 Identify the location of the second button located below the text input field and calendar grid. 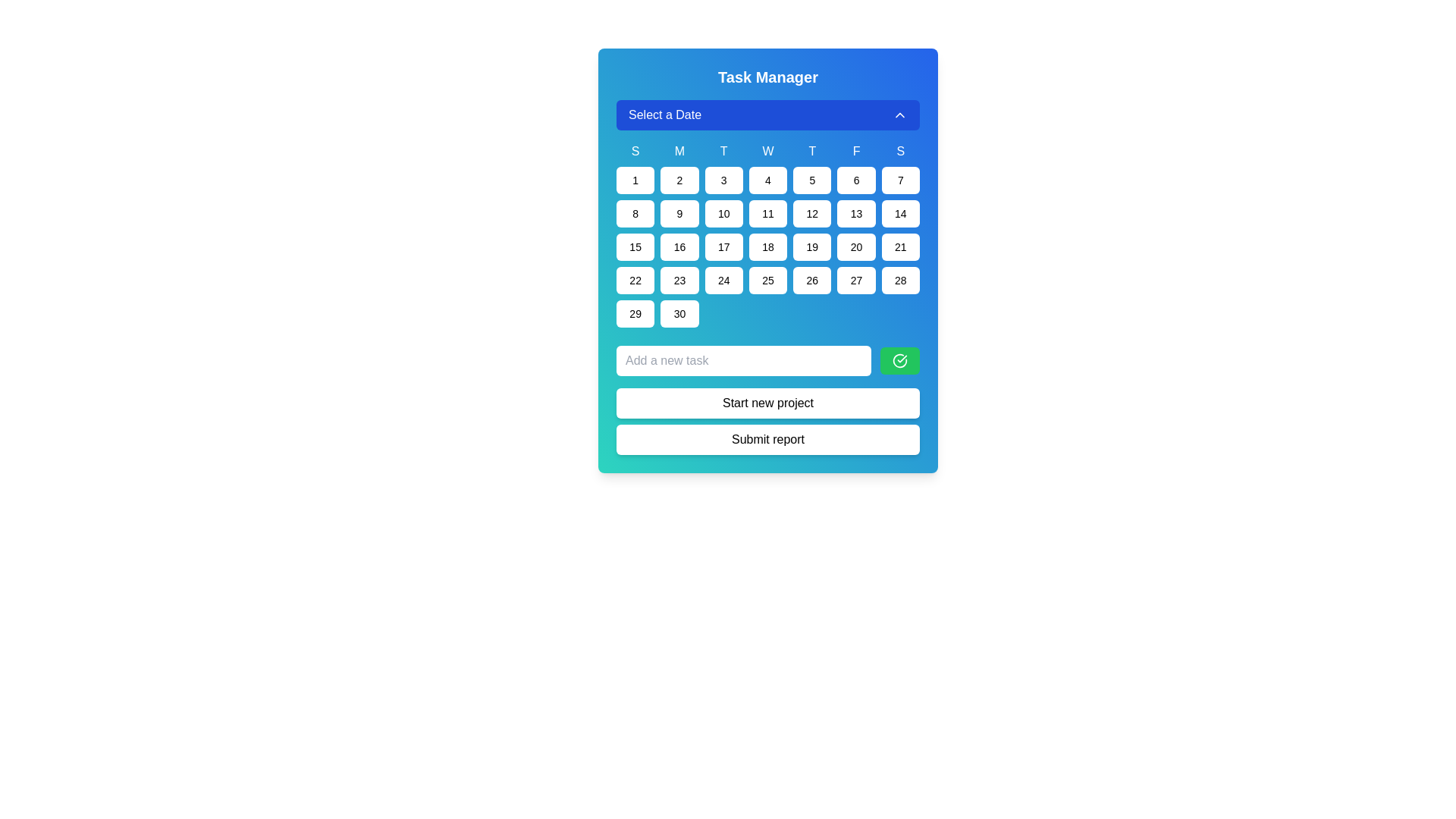
(767, 439).